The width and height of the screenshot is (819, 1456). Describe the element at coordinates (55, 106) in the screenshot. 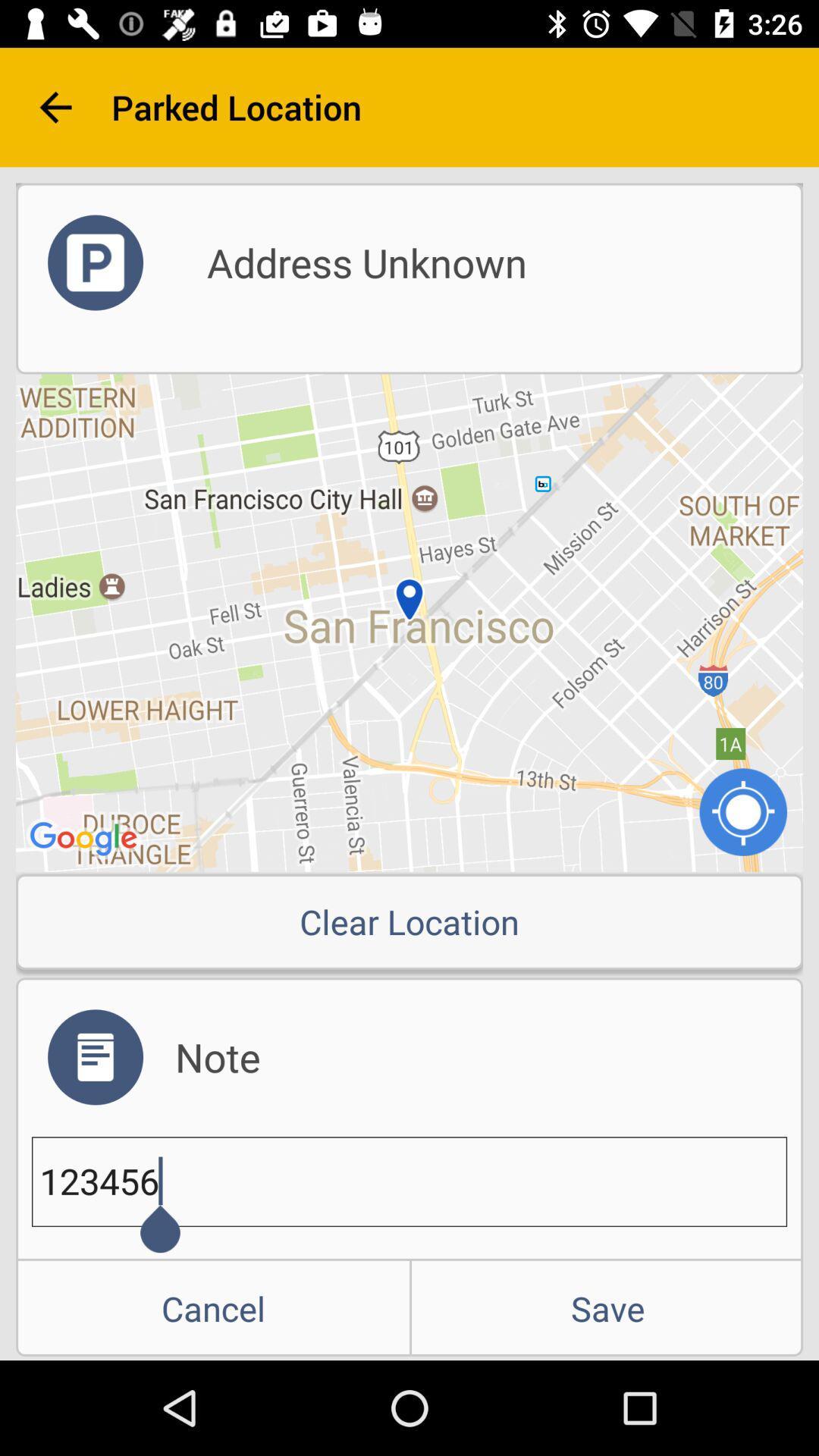

I see `the arrow_backward icon` at that location.